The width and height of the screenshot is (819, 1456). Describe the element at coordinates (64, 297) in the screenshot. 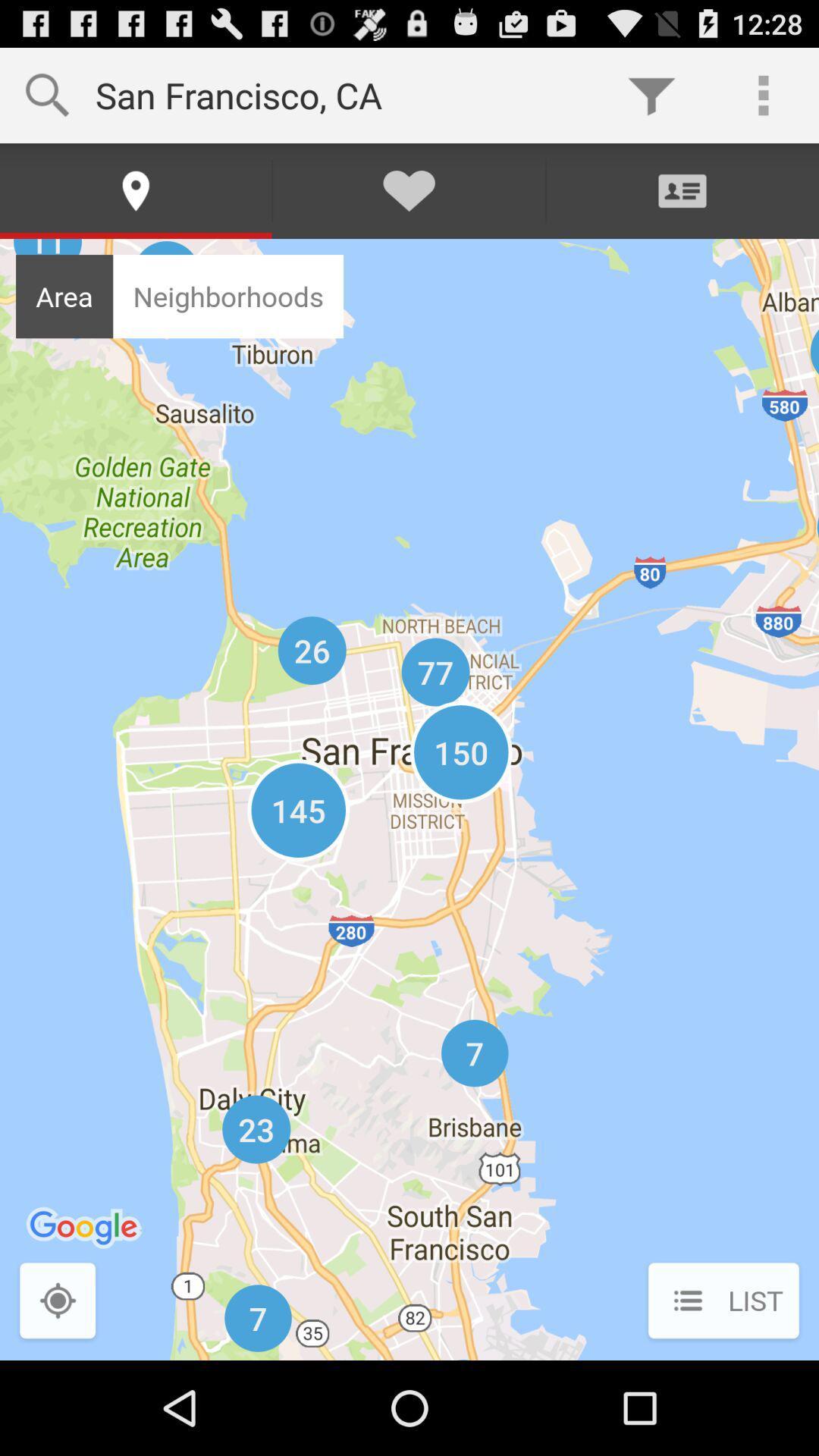

I see `icon to the left of neighborhoods item` at that location.